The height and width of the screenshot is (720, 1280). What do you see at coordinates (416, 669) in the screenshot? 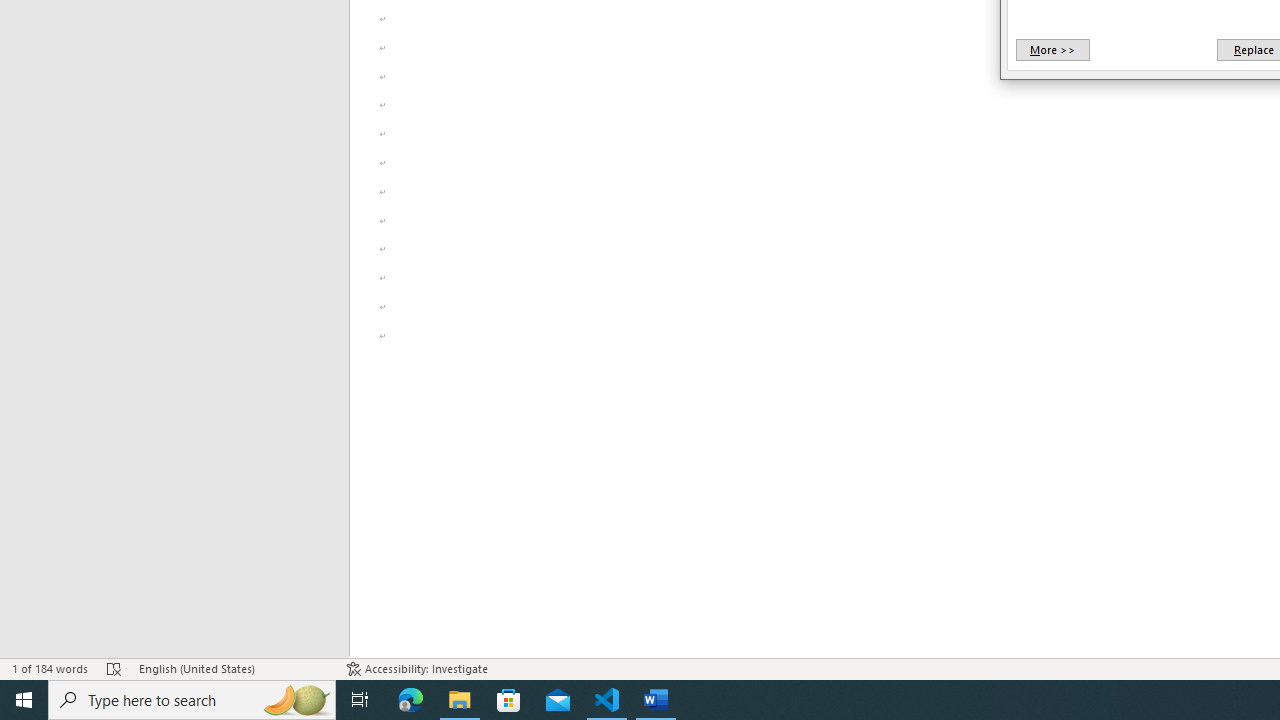
I see `'Accessibility Checker Accessibility: Investigate'` at bounding box center [416, 669].